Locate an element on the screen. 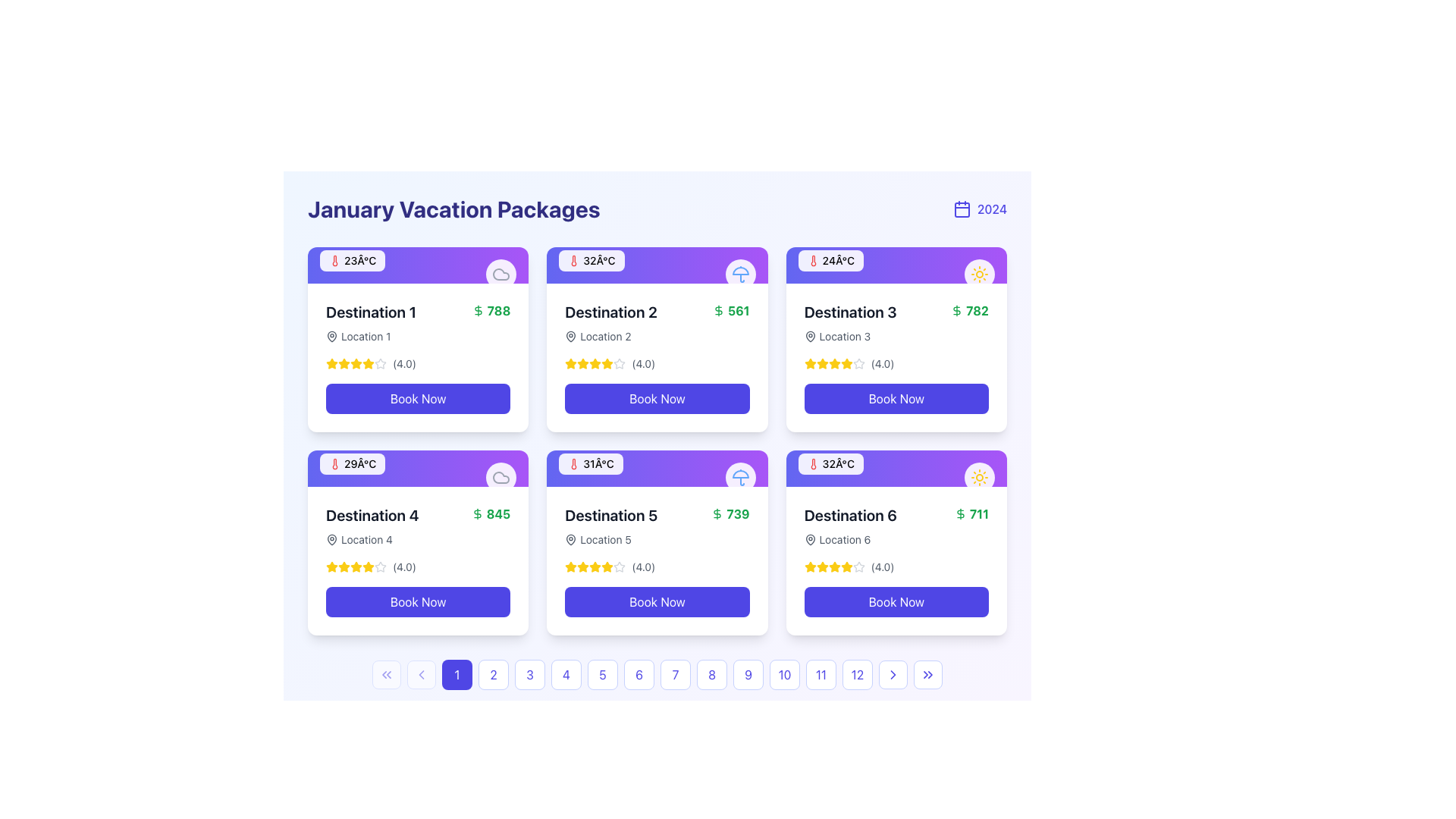  the first star icon in the rating section of the second destination card in the top row of the grid to interact with it is located at coordinates (570, 363).